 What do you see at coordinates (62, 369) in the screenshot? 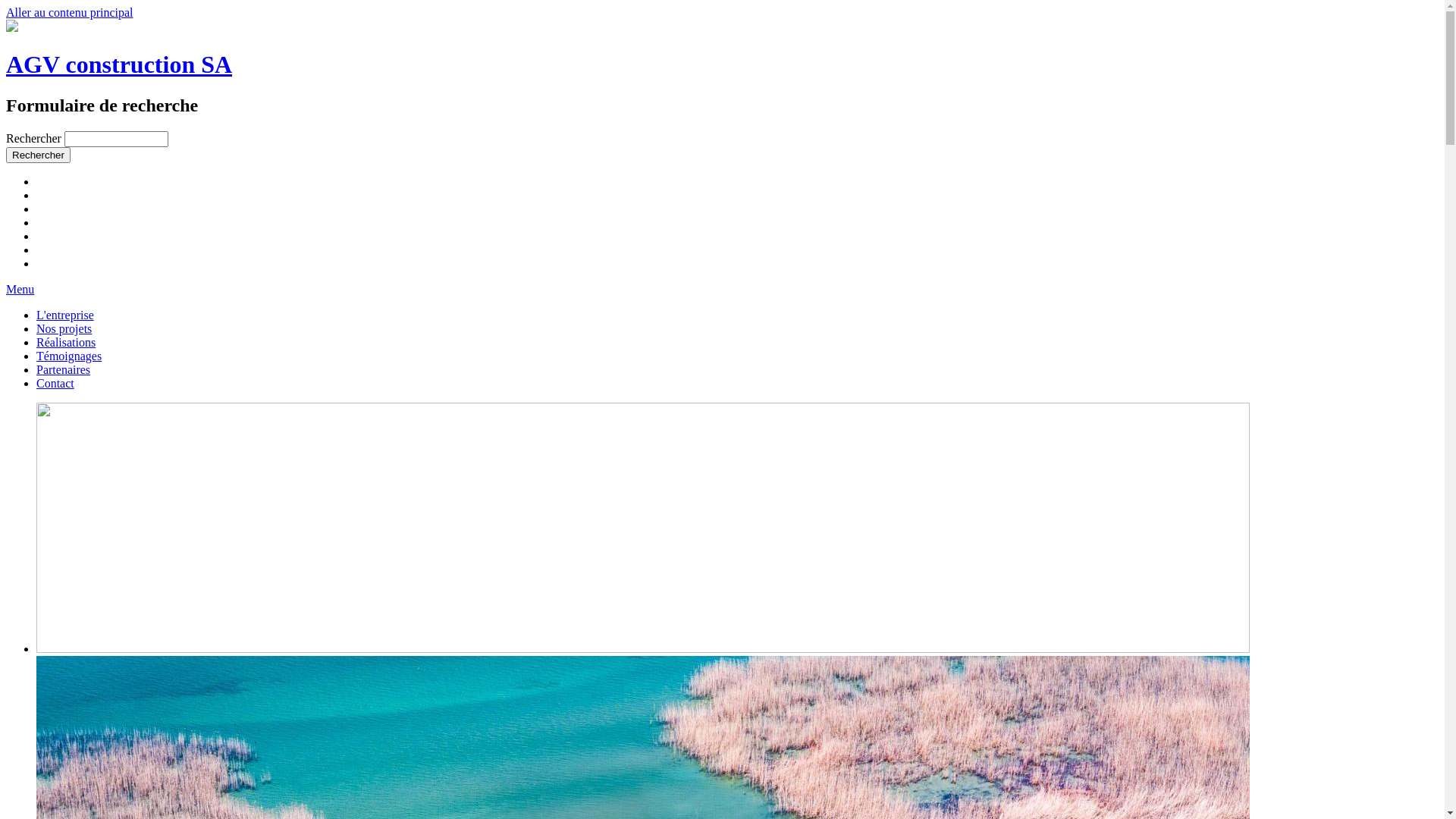
I see `'Partenaires'` at bounding box center [62, 369].